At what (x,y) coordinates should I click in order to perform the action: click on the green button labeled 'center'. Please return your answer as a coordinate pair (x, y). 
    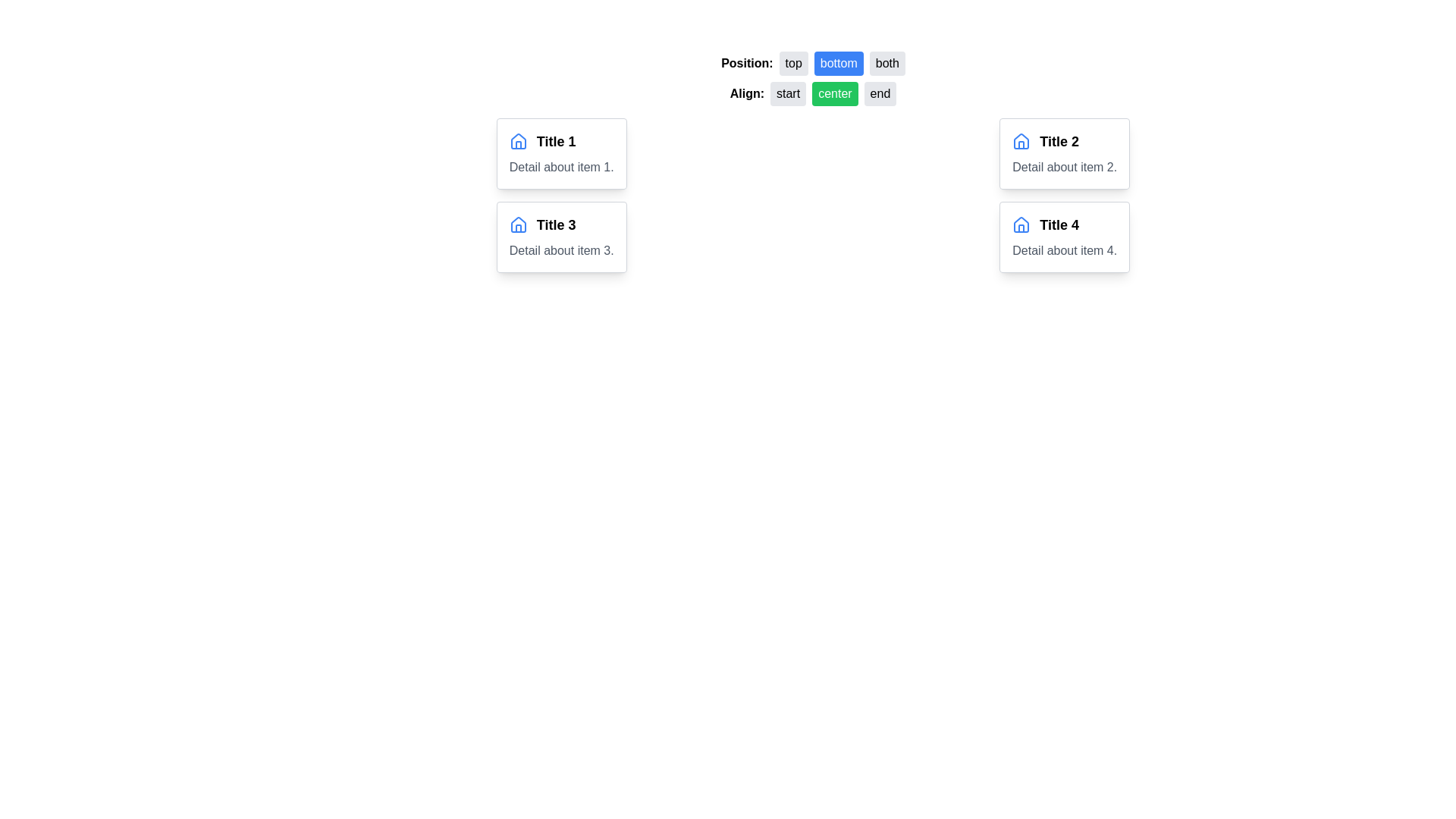
    Looking at the image, I should click on (812, 93).